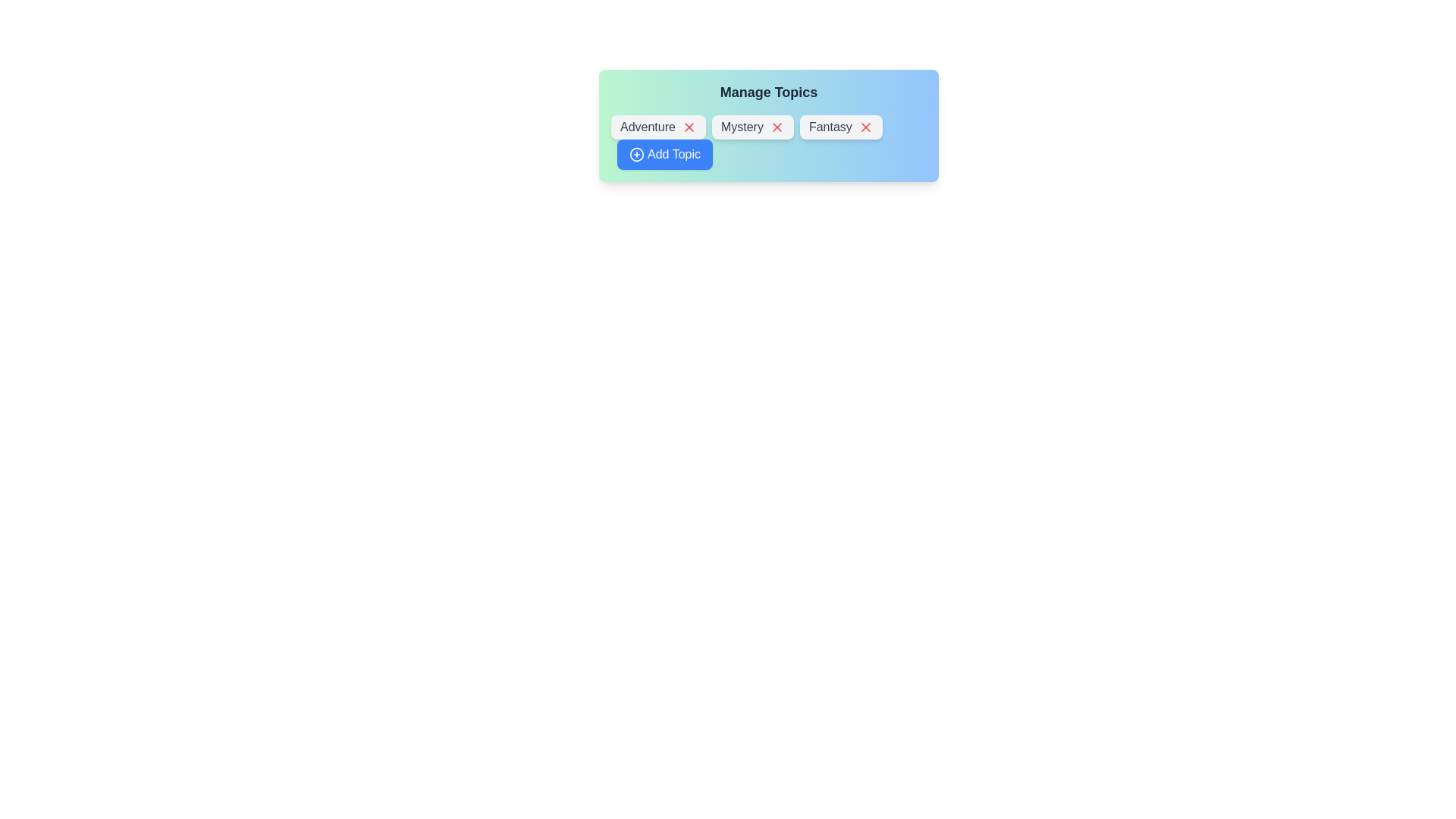 The width and height of the screenshot is (1456, 819). Describe the element at coordinates (742, 127) in the screenshot. I see `the text of the chip label Mystery for copying` at that location.